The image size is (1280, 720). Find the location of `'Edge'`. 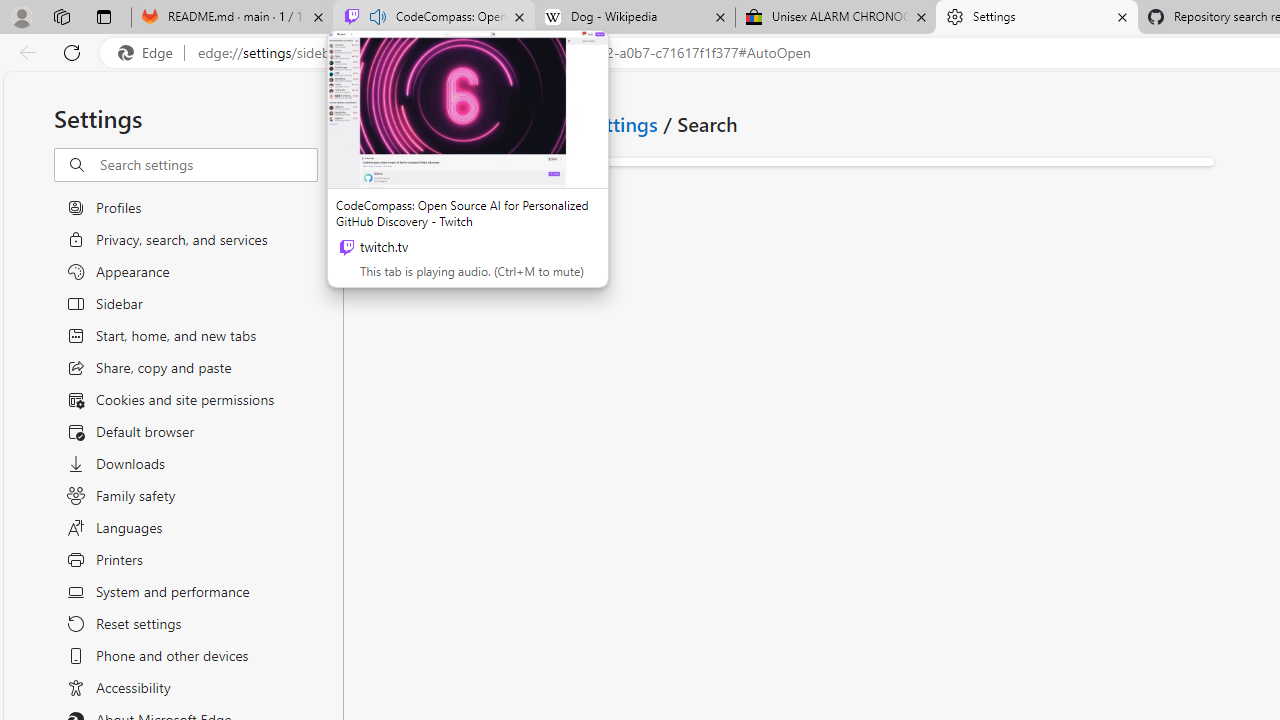

'Edge' is located at coordinates (149, 52).